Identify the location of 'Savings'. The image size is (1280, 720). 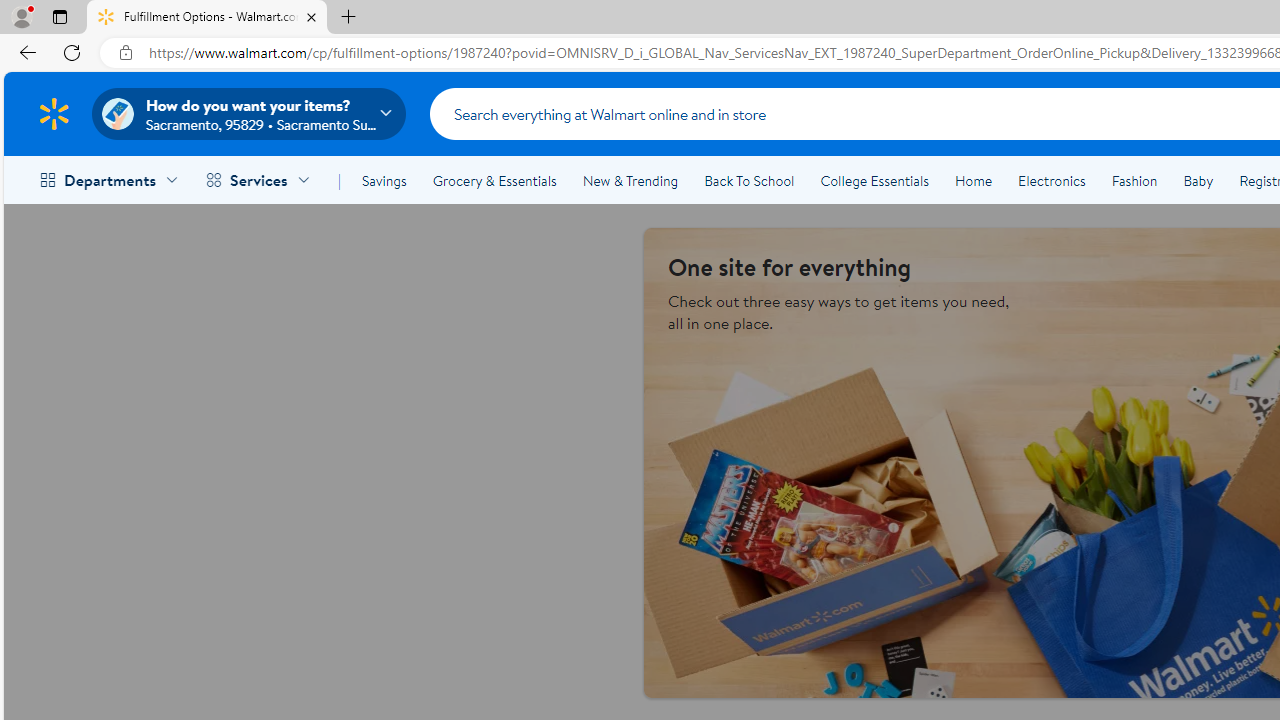
(384, 181).